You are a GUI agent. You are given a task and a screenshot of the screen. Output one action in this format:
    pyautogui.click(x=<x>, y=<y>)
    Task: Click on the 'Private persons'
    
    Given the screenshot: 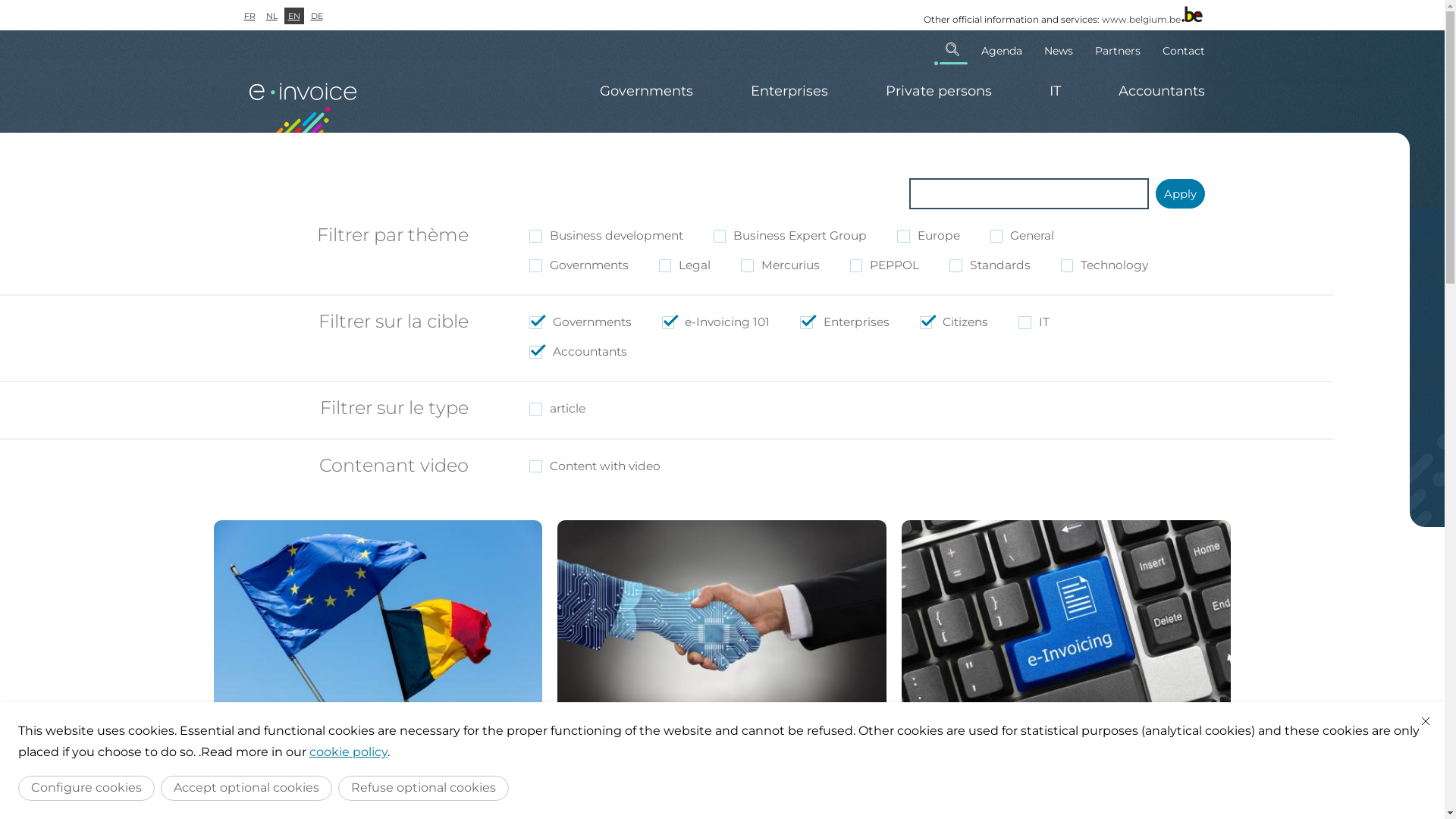 What is the action you would take?
    pyautogui.click(x=938, y=91)
    